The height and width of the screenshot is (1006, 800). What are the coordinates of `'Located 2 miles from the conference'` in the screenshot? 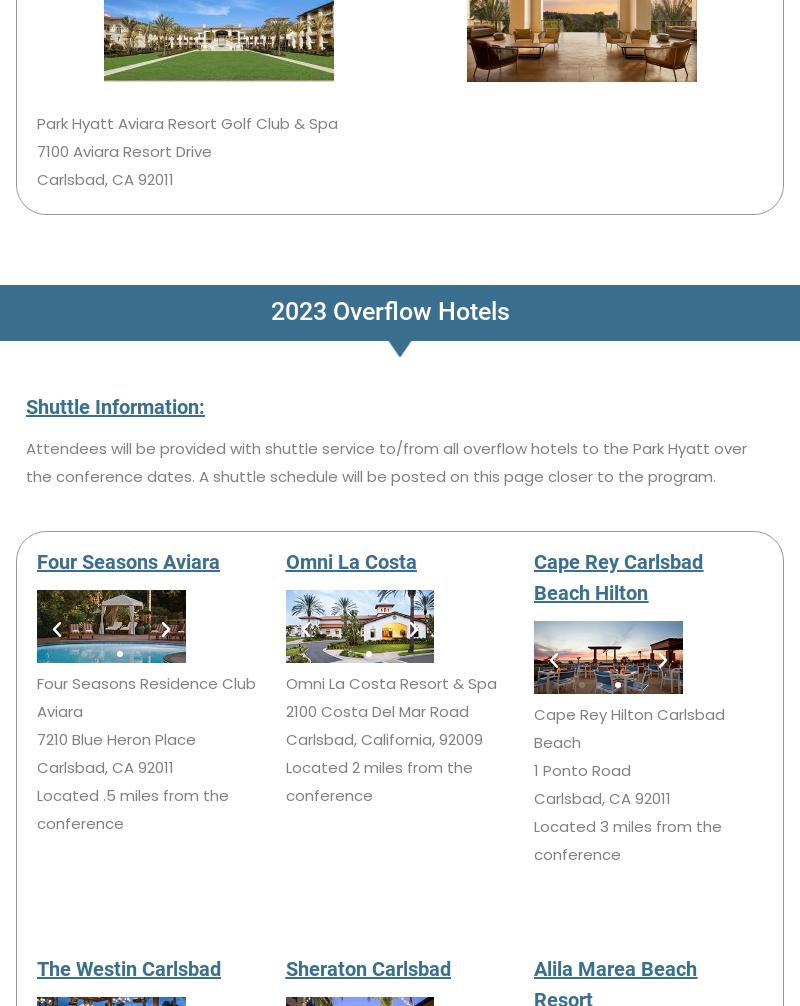 It's located at (285, 780).